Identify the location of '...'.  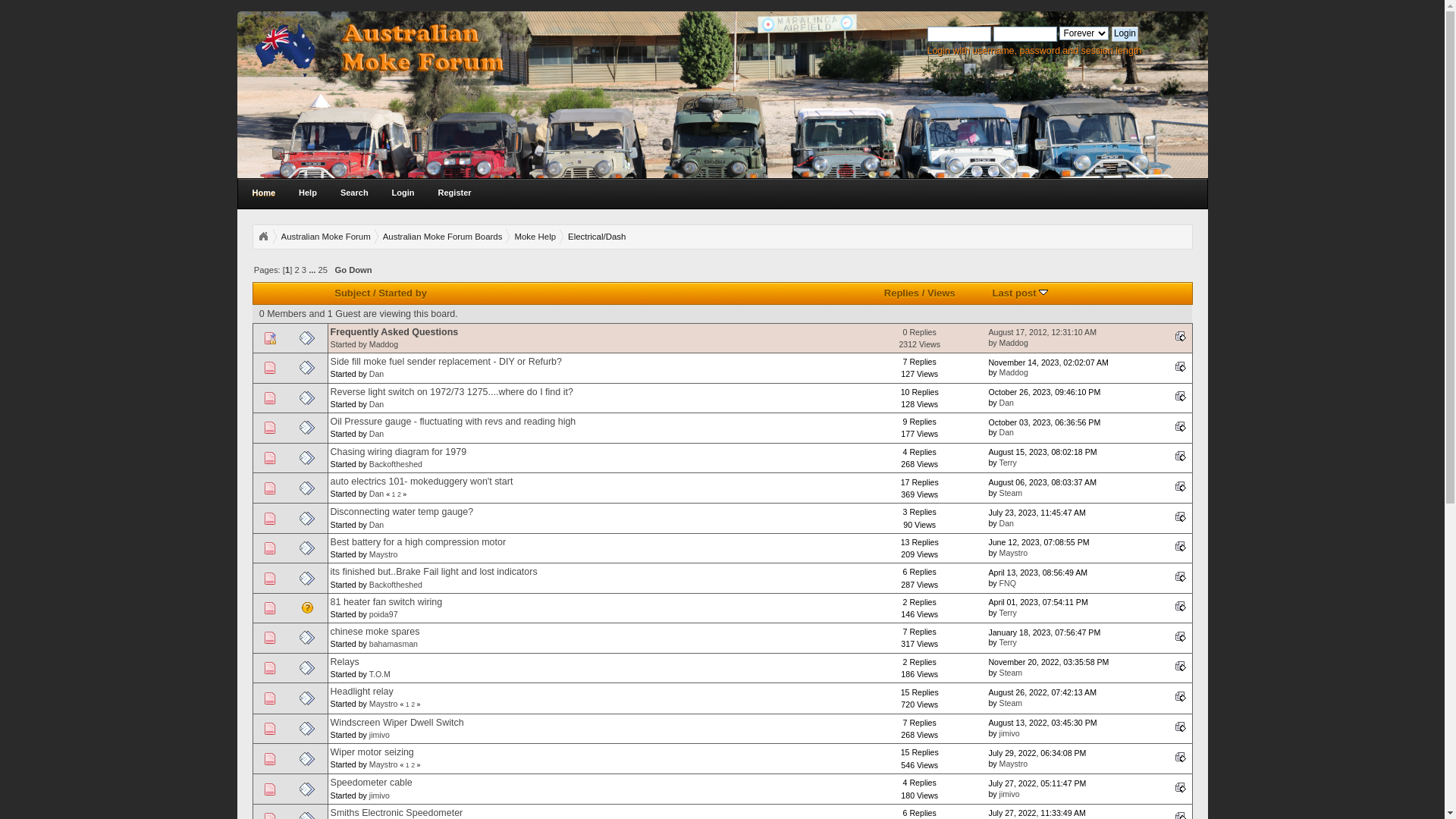
(312, 268).